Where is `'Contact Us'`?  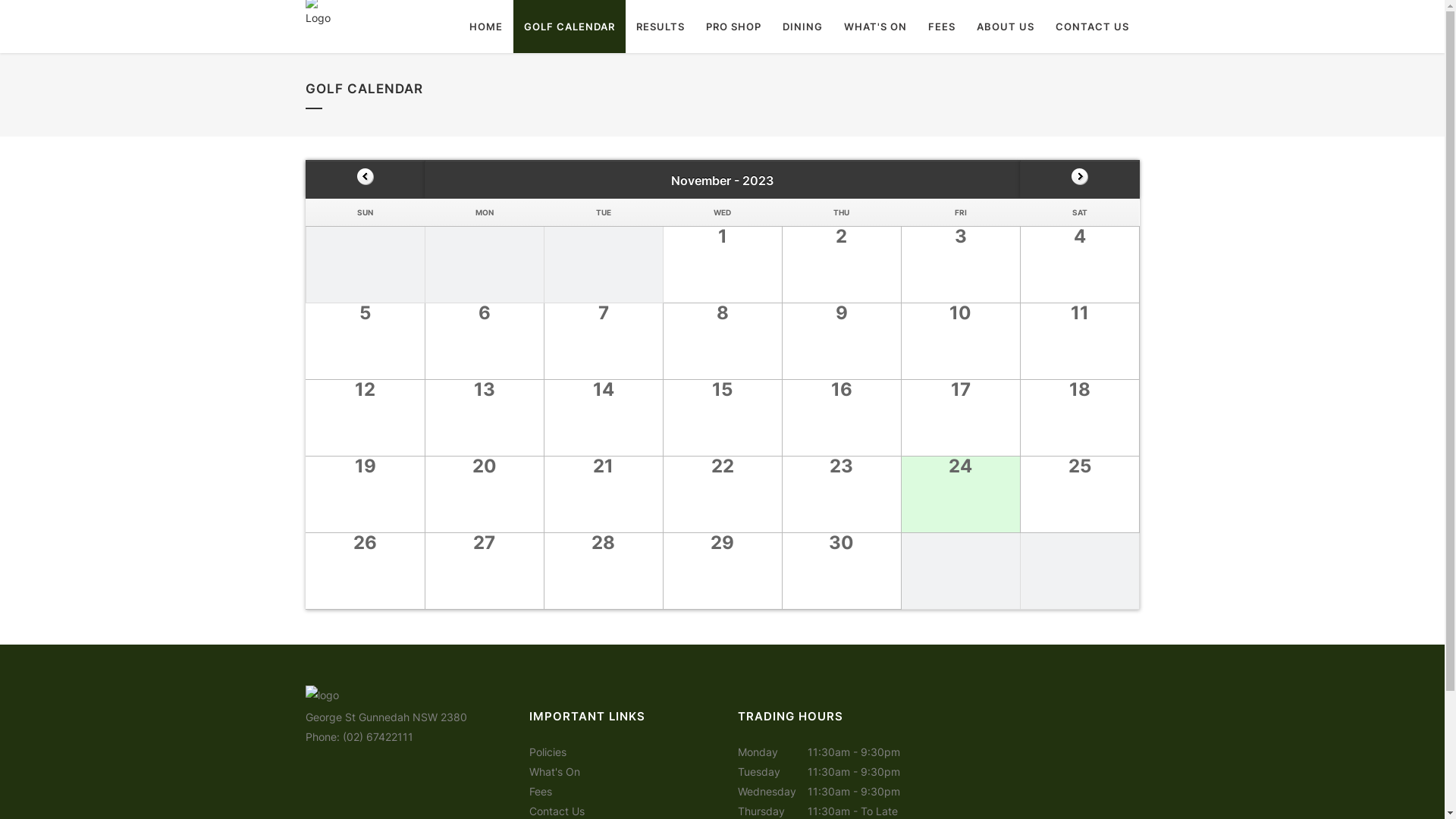
'Contact Us' is located at coordinates (556, 810).